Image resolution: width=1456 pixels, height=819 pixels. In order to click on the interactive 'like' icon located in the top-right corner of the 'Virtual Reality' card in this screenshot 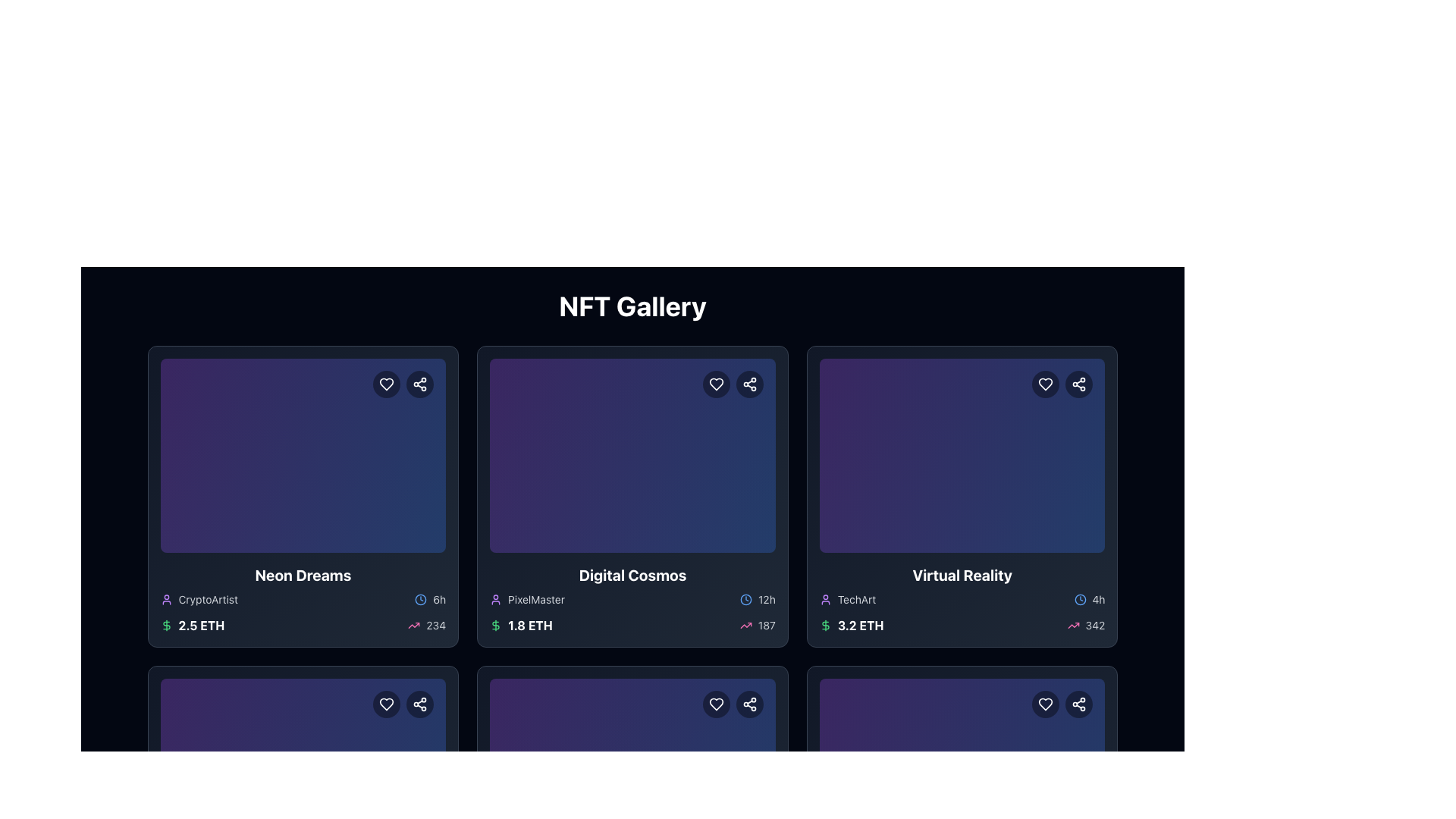, I will do `click(1045, 383)`.